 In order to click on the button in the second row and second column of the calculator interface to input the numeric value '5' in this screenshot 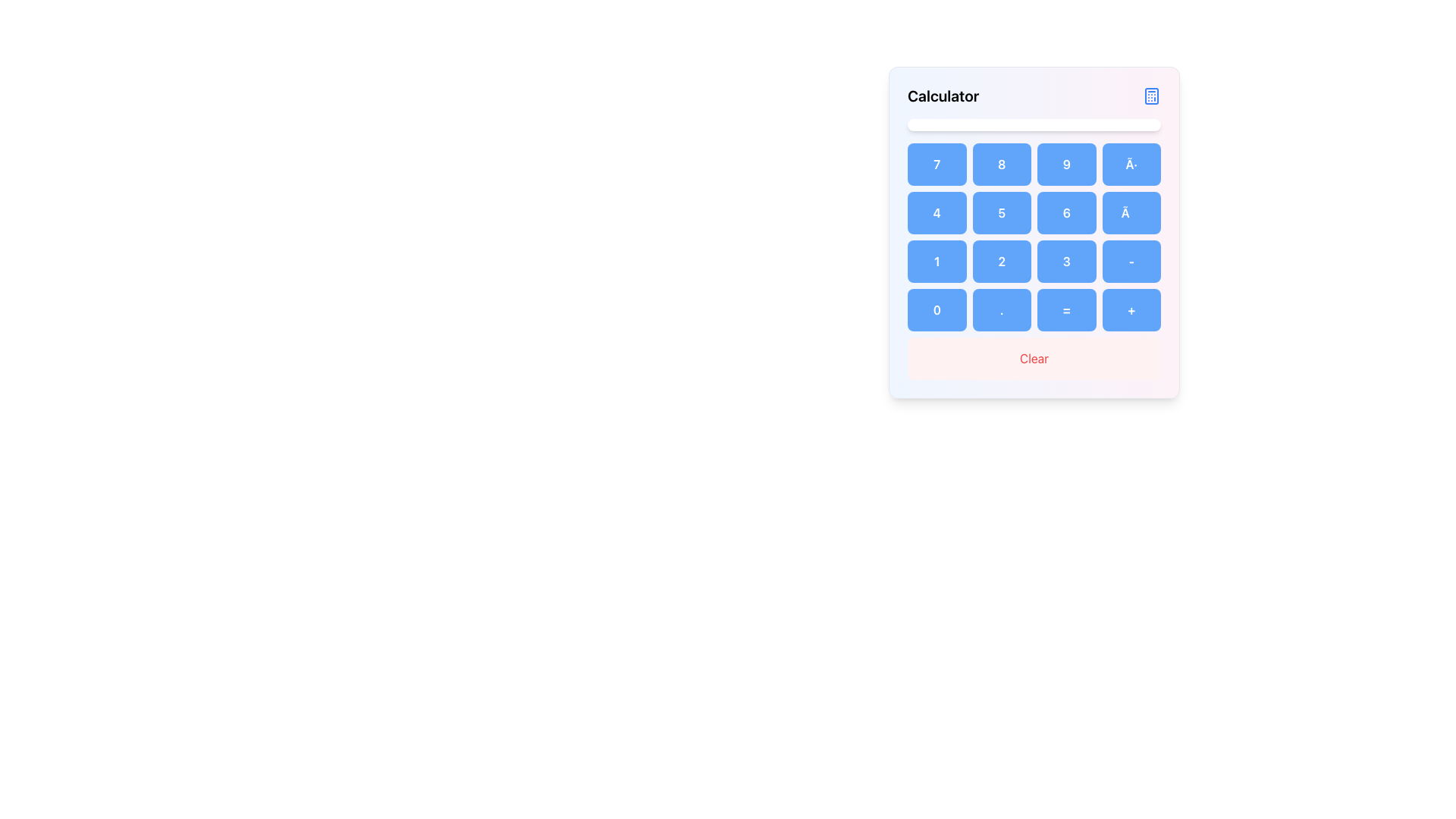, I will do `click(1002, 213)`.